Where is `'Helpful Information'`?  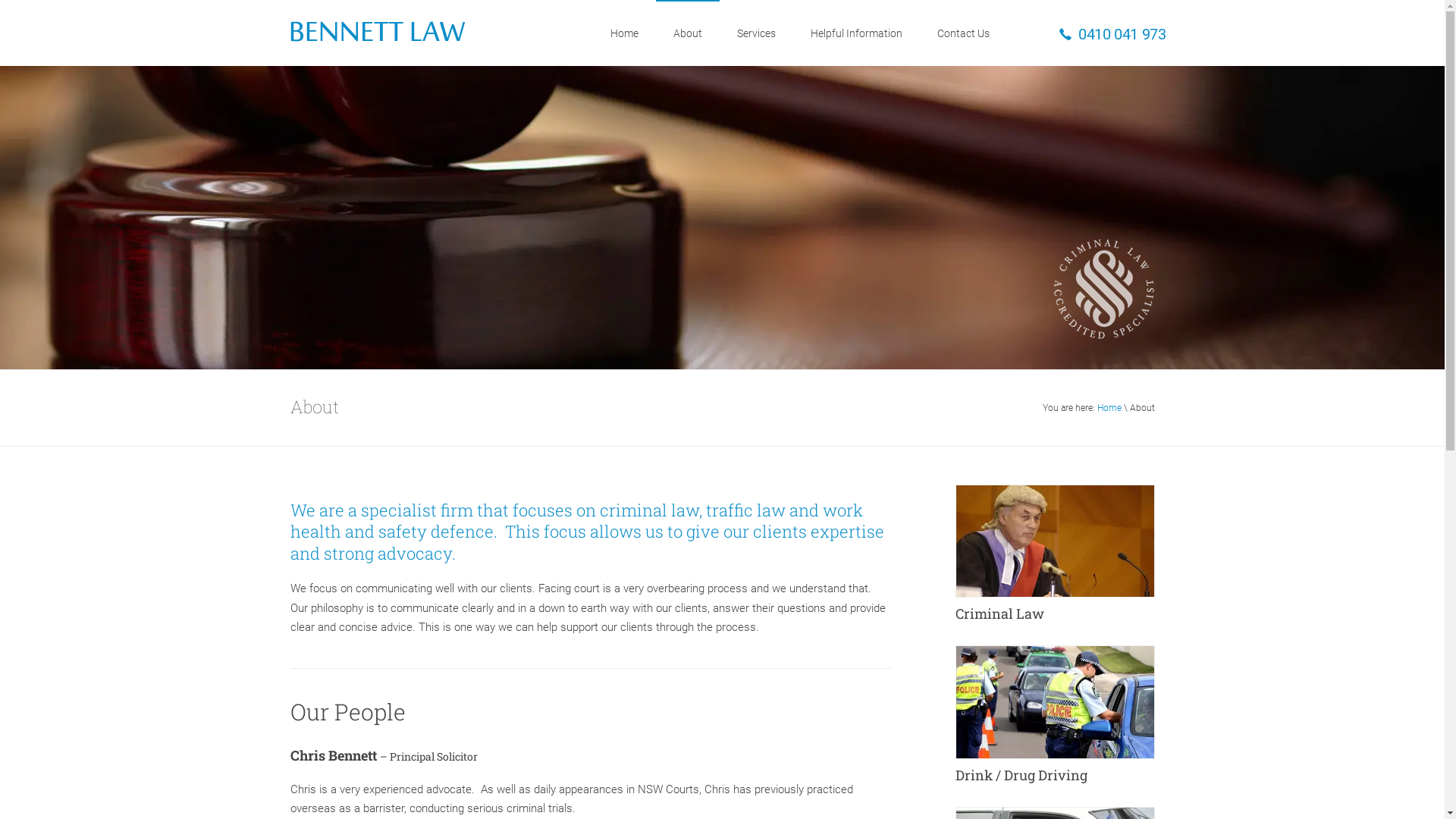
'Helpful Information' is located at coordinates (792, 33).